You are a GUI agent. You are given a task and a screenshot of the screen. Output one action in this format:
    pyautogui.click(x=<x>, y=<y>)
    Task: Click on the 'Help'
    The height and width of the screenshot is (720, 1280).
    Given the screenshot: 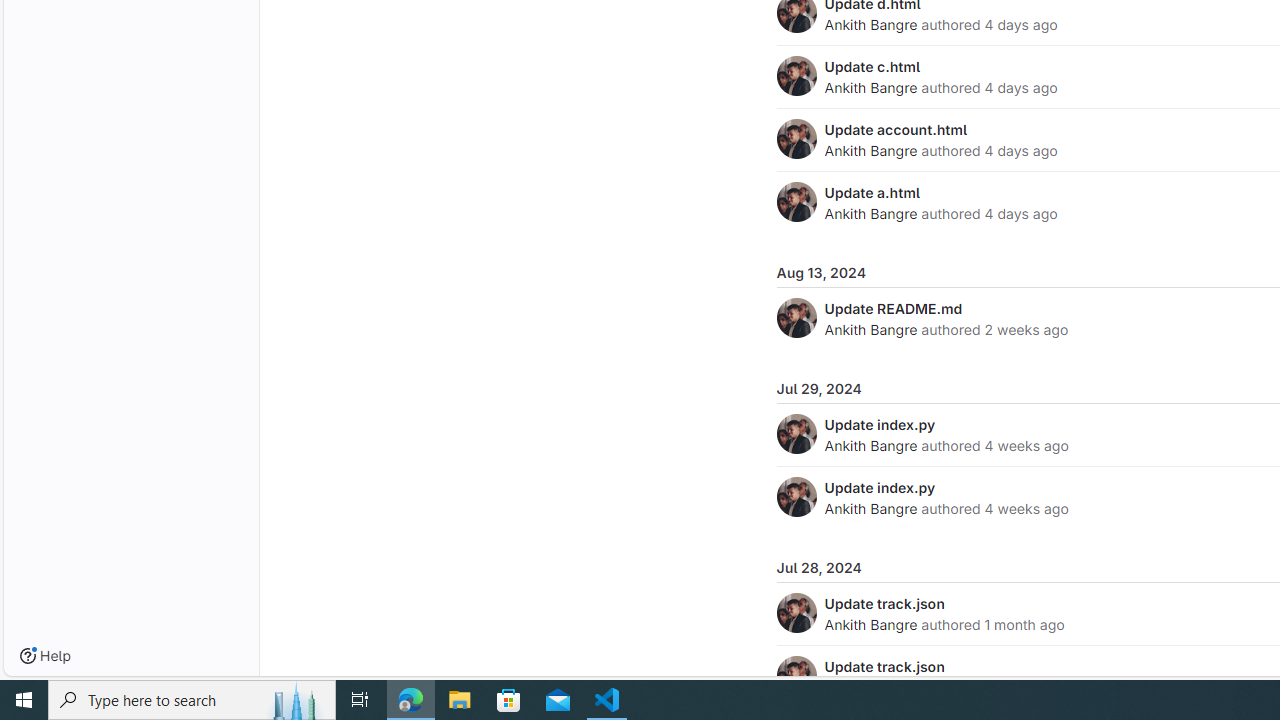 What is the action you would take?
    pyautogui.click(x=45, y=655)
    